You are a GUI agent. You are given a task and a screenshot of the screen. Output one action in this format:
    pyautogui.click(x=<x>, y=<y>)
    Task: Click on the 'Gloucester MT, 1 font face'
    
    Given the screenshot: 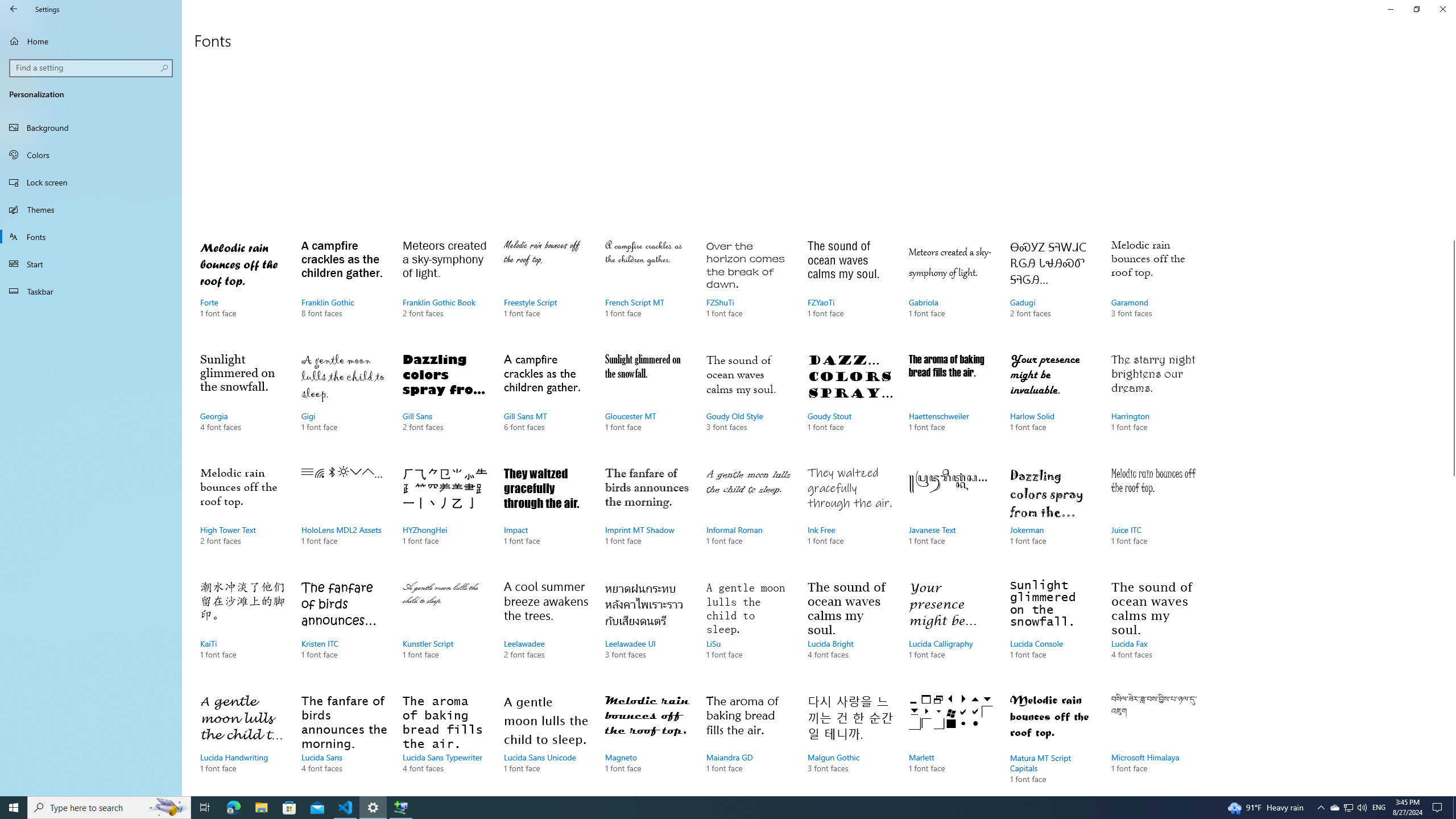 What is the action you would take?
    pyautogui.click(x=647, y=403)
    